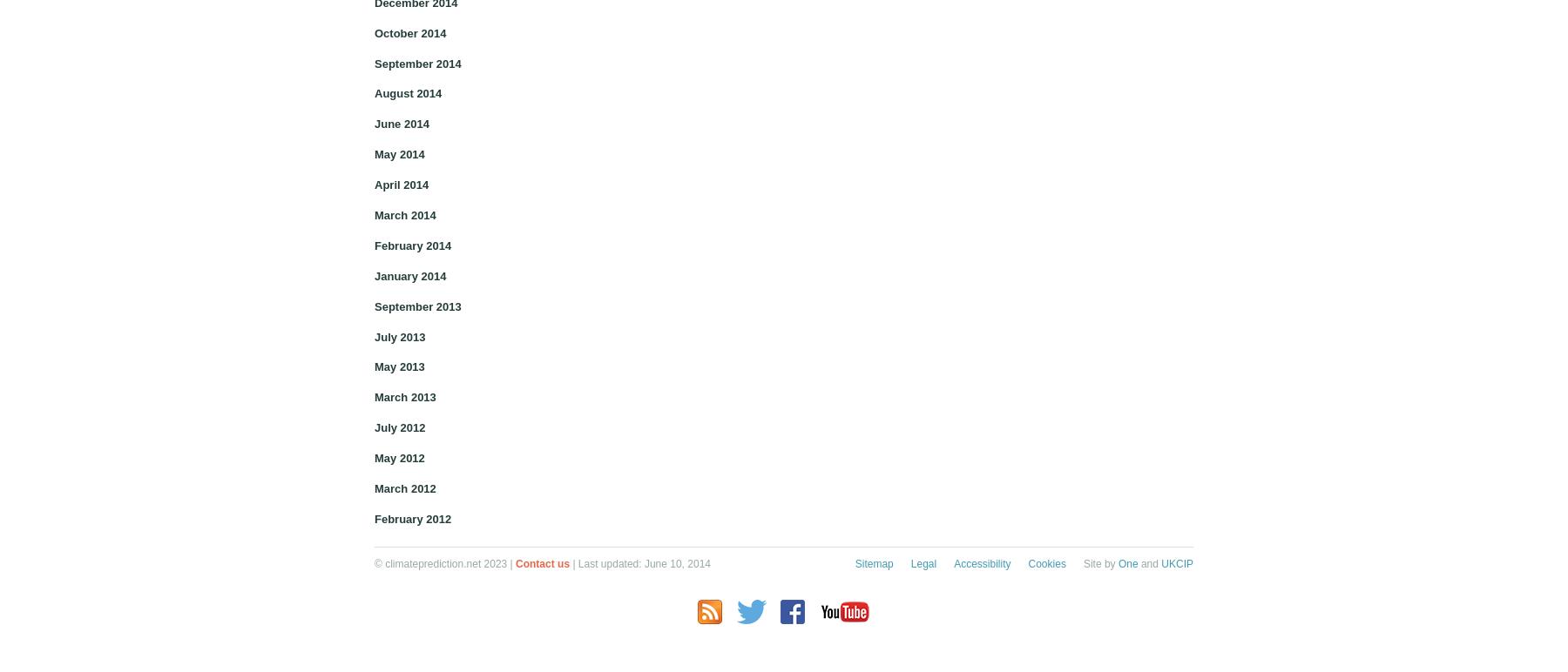 This screenshot has height=672, width=1568. What do you see at coordinates (398, 366) in the screenshot?
I see `'May 2013'` at bounding box center [398, 366].